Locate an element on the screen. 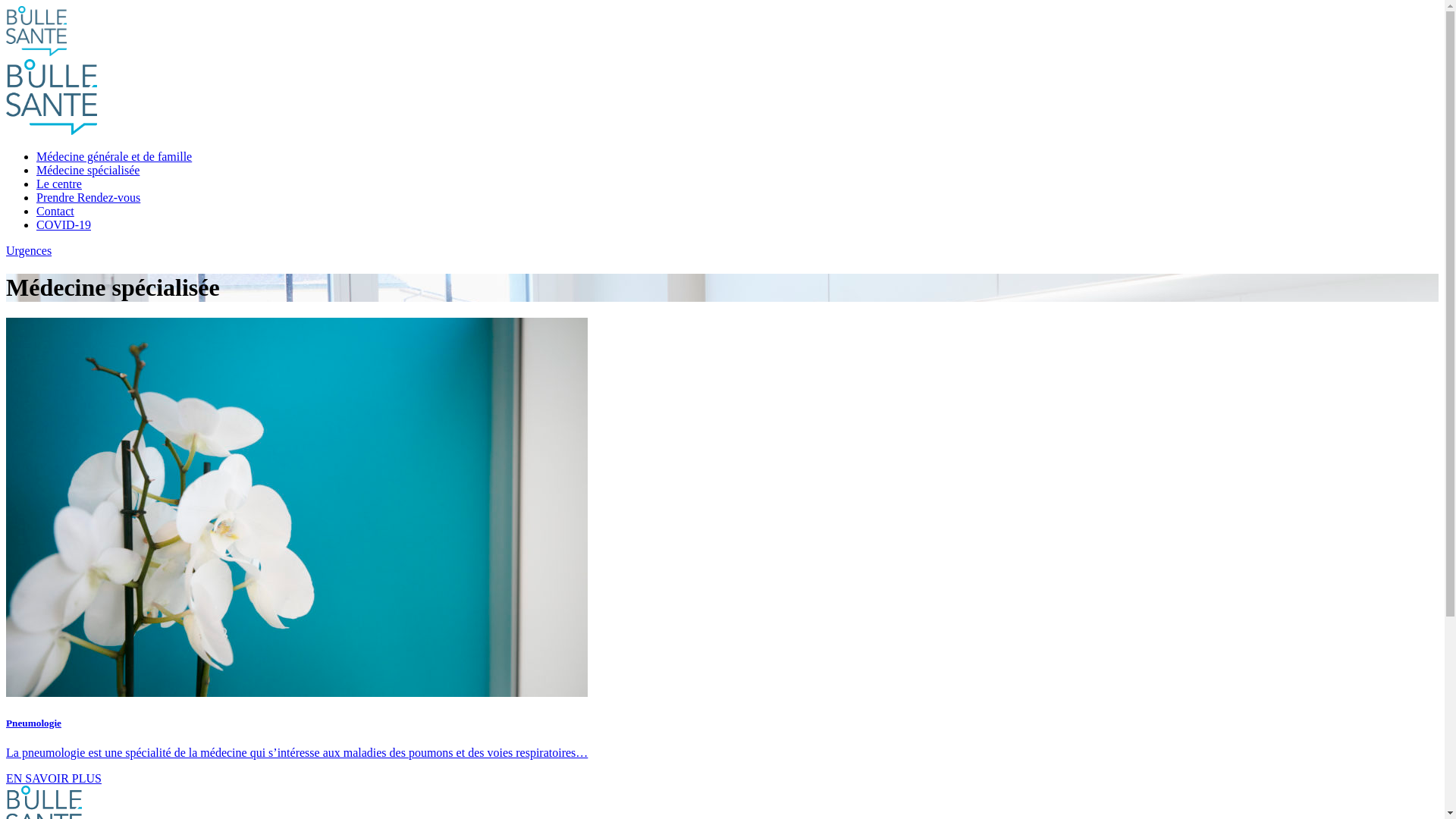  'Contact' is located at coordinates (55, 211).